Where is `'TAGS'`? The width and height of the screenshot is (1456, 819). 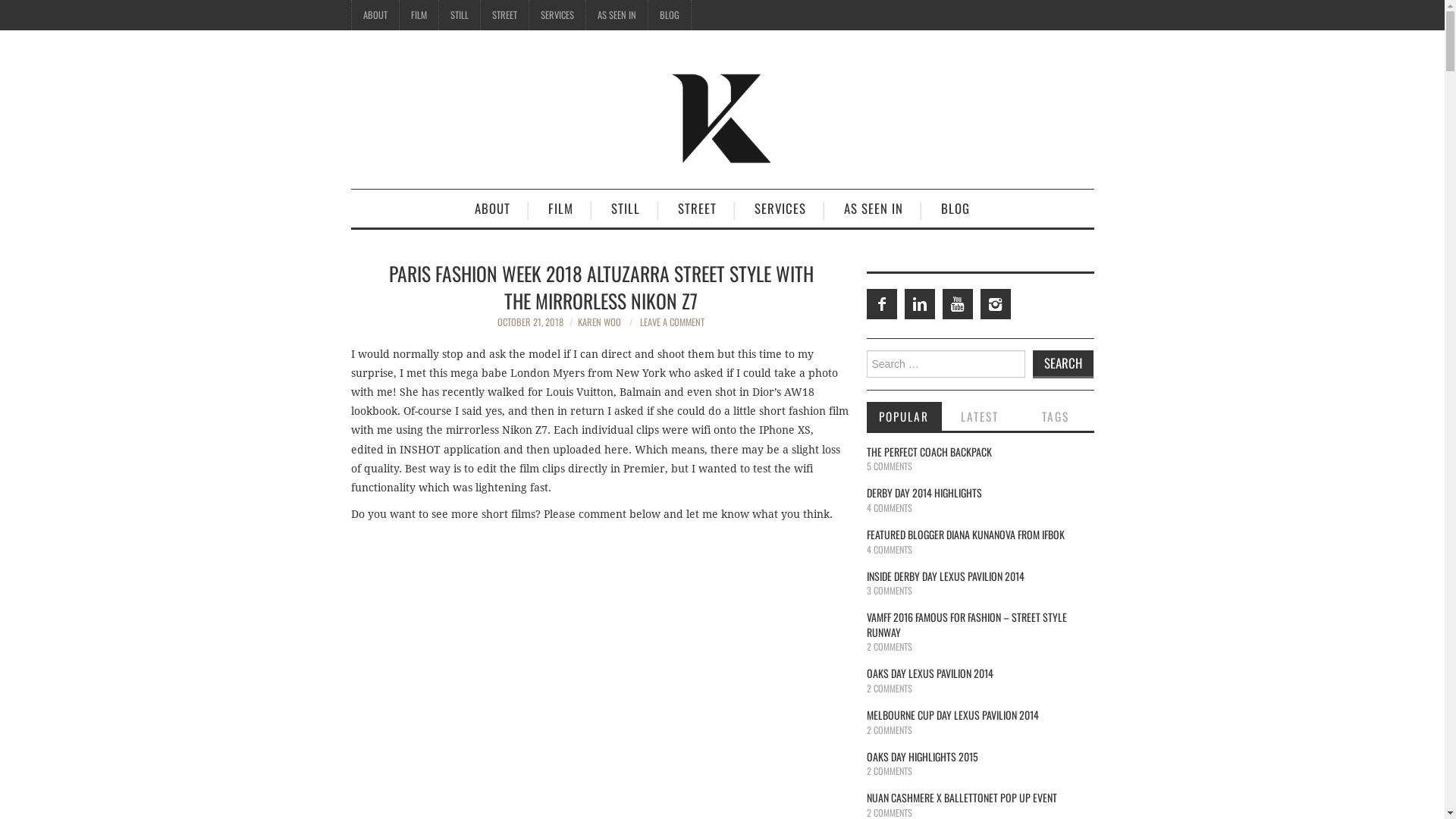
'TAGS' is located at coordinates (1055, 416).